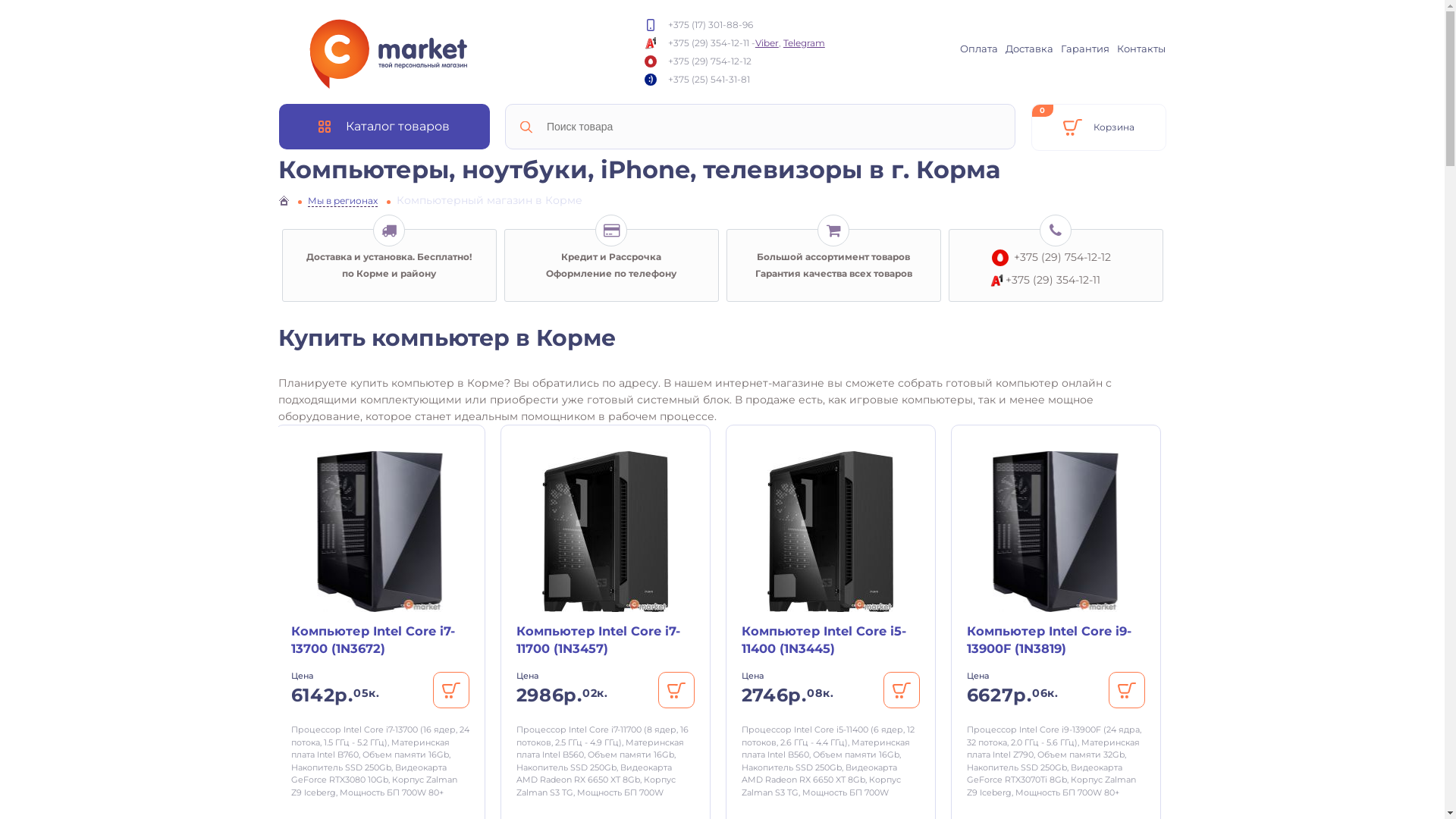 The height and width of the screenshot is (819, 1456). I want to click on 'Viber', so click(767, 41).